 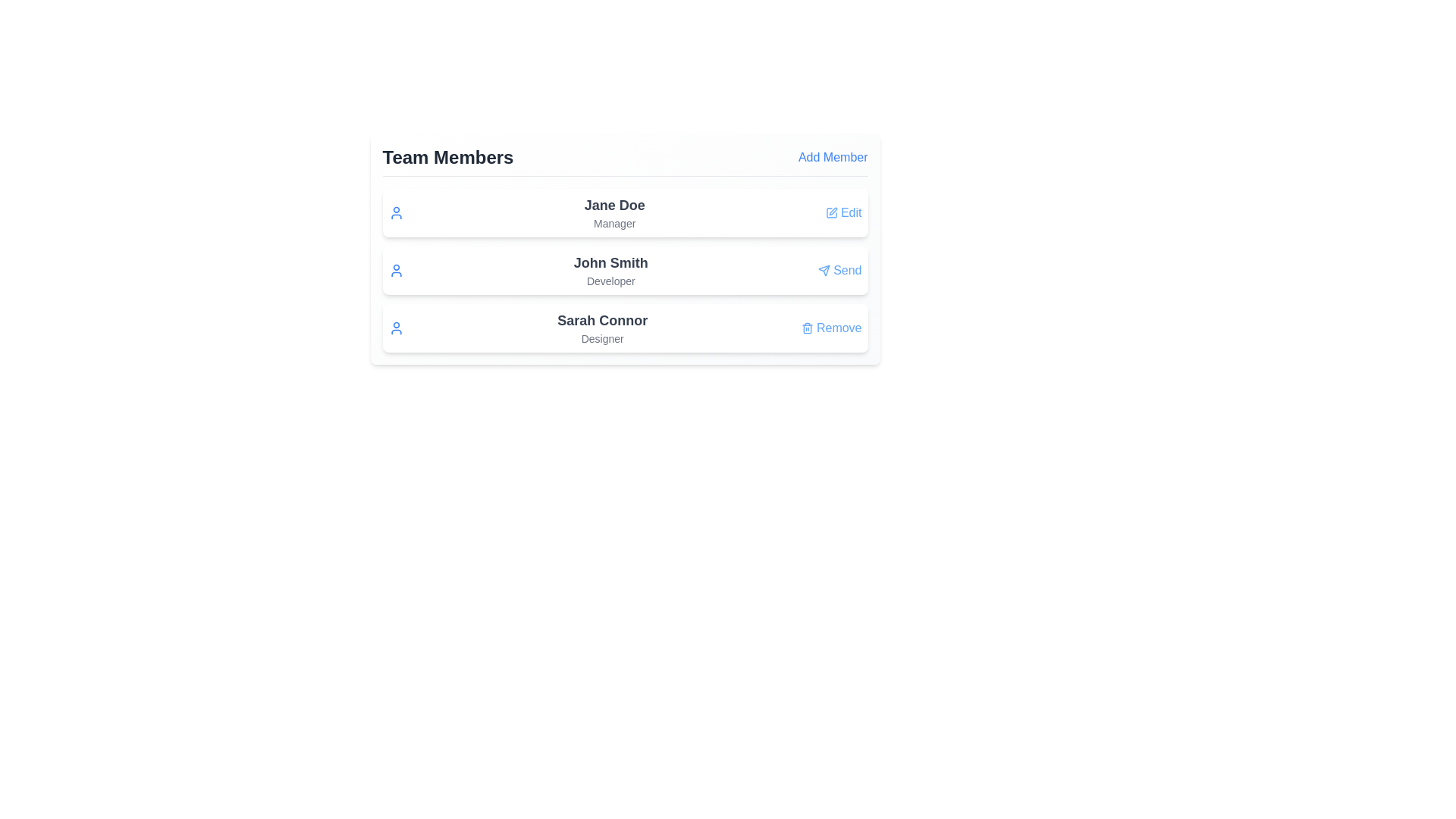 What do you see at coordinates (839, 270) in the screenshot?
I see `the 'Send' button next to 'John Smith'` at bounding box center [839, 270].